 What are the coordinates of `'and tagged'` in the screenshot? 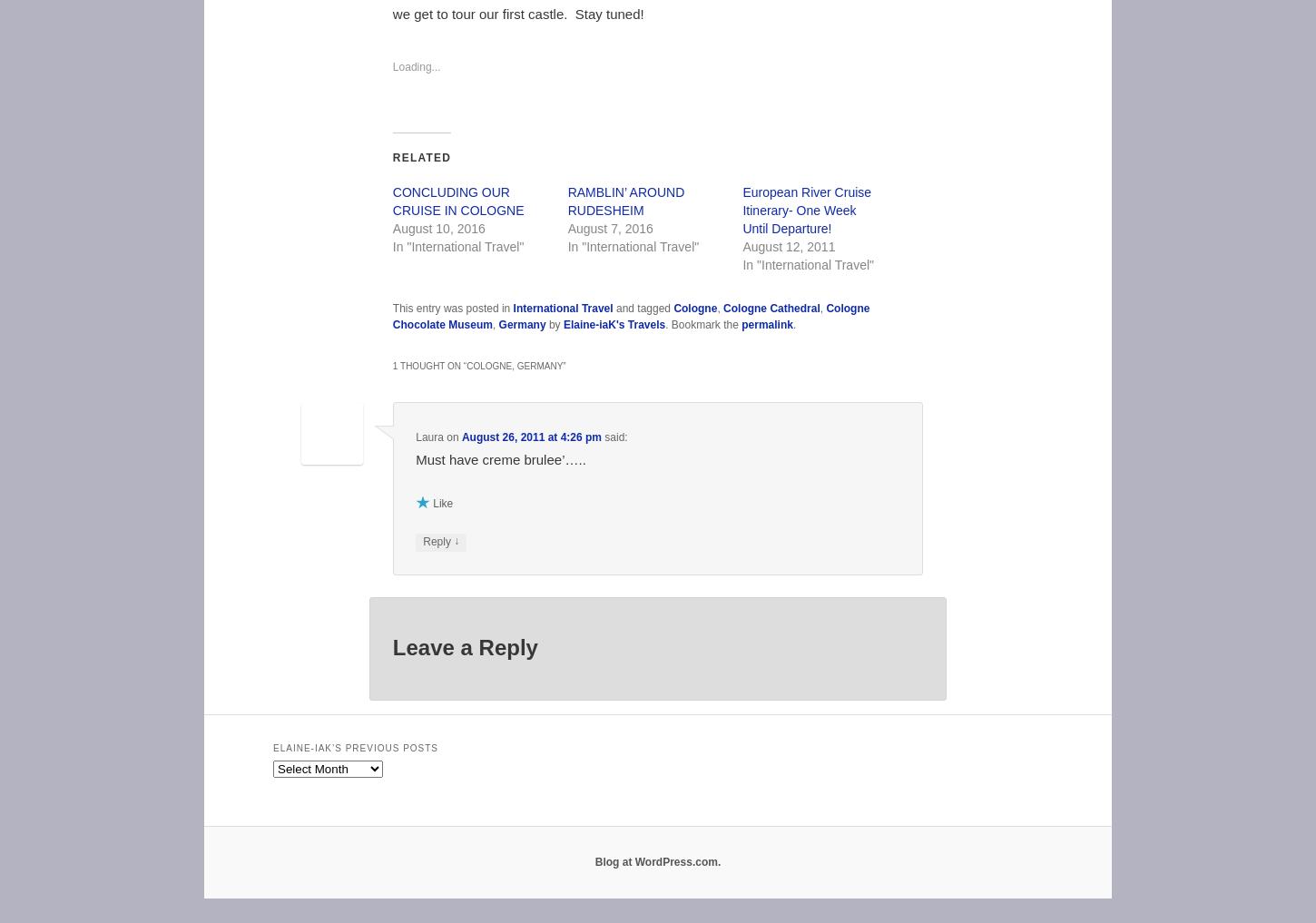 It's located at (642, 307).